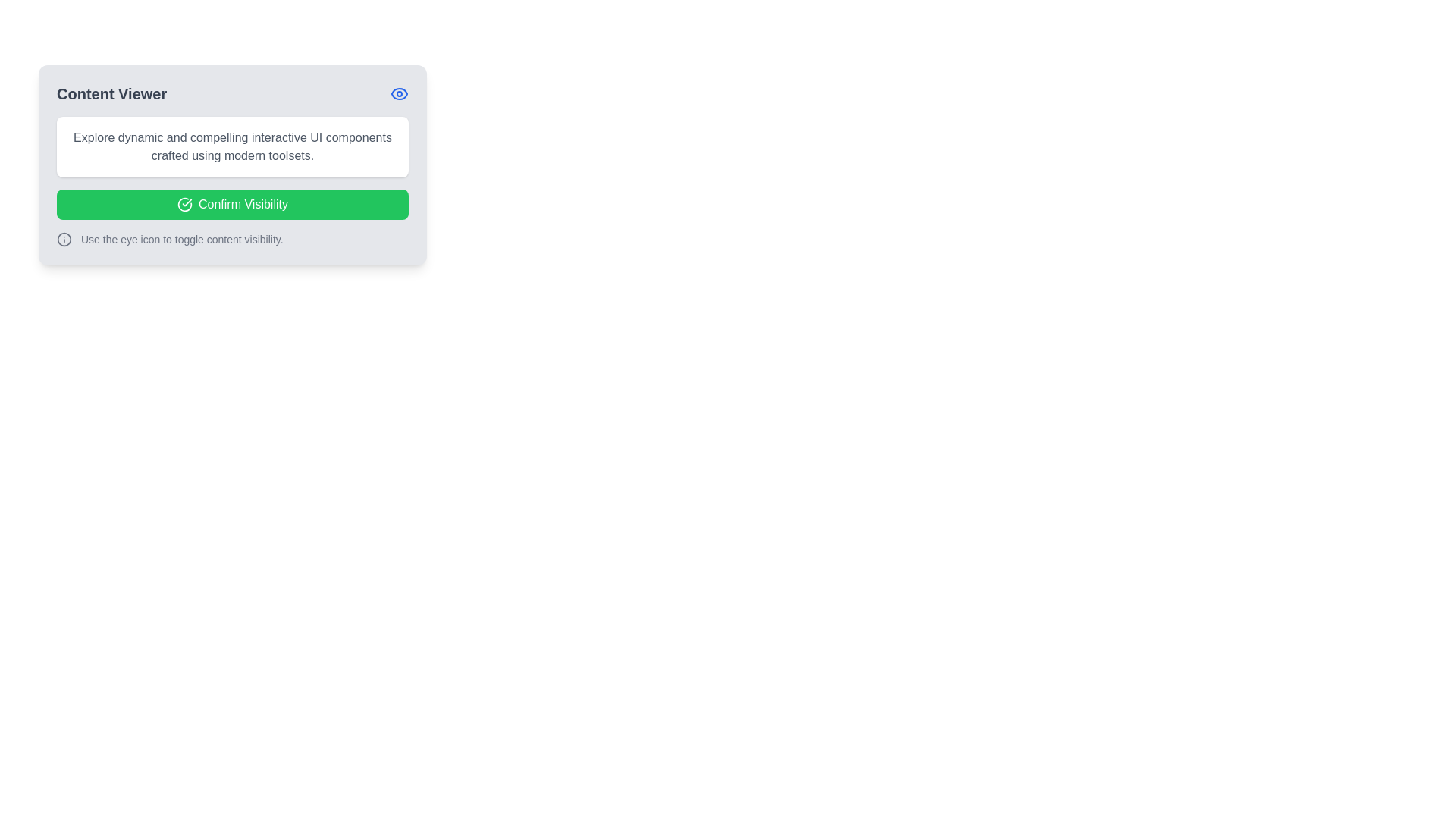 The width and height of the screenshot is (1456, 819). Describe the element at coordinates (232, 146) in the screenshot. I see `the text box located beneath the 'Content Viewer' title and above the 'Confirm Visibility' button` at that location.